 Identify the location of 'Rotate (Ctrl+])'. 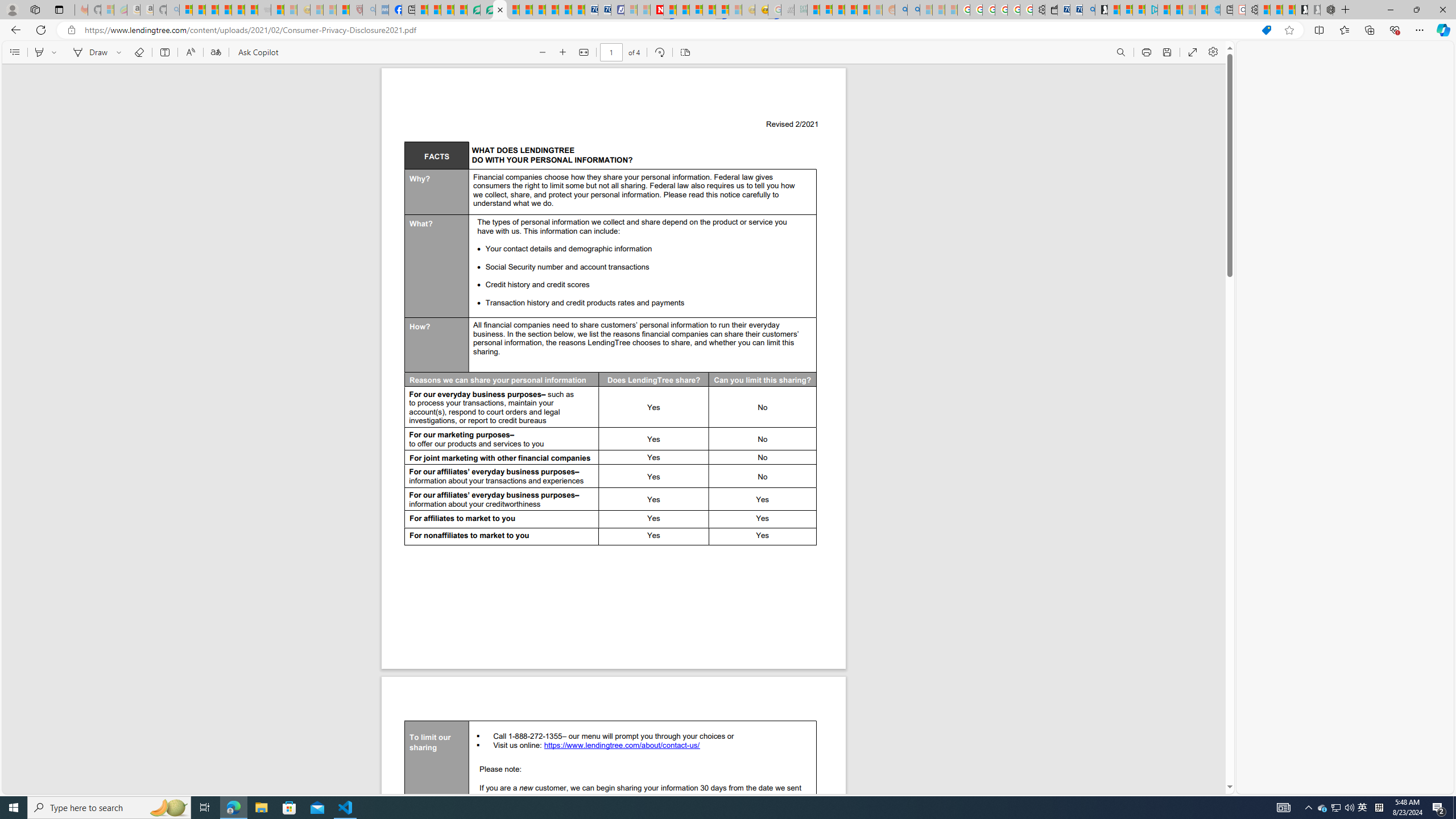
(659, 52).